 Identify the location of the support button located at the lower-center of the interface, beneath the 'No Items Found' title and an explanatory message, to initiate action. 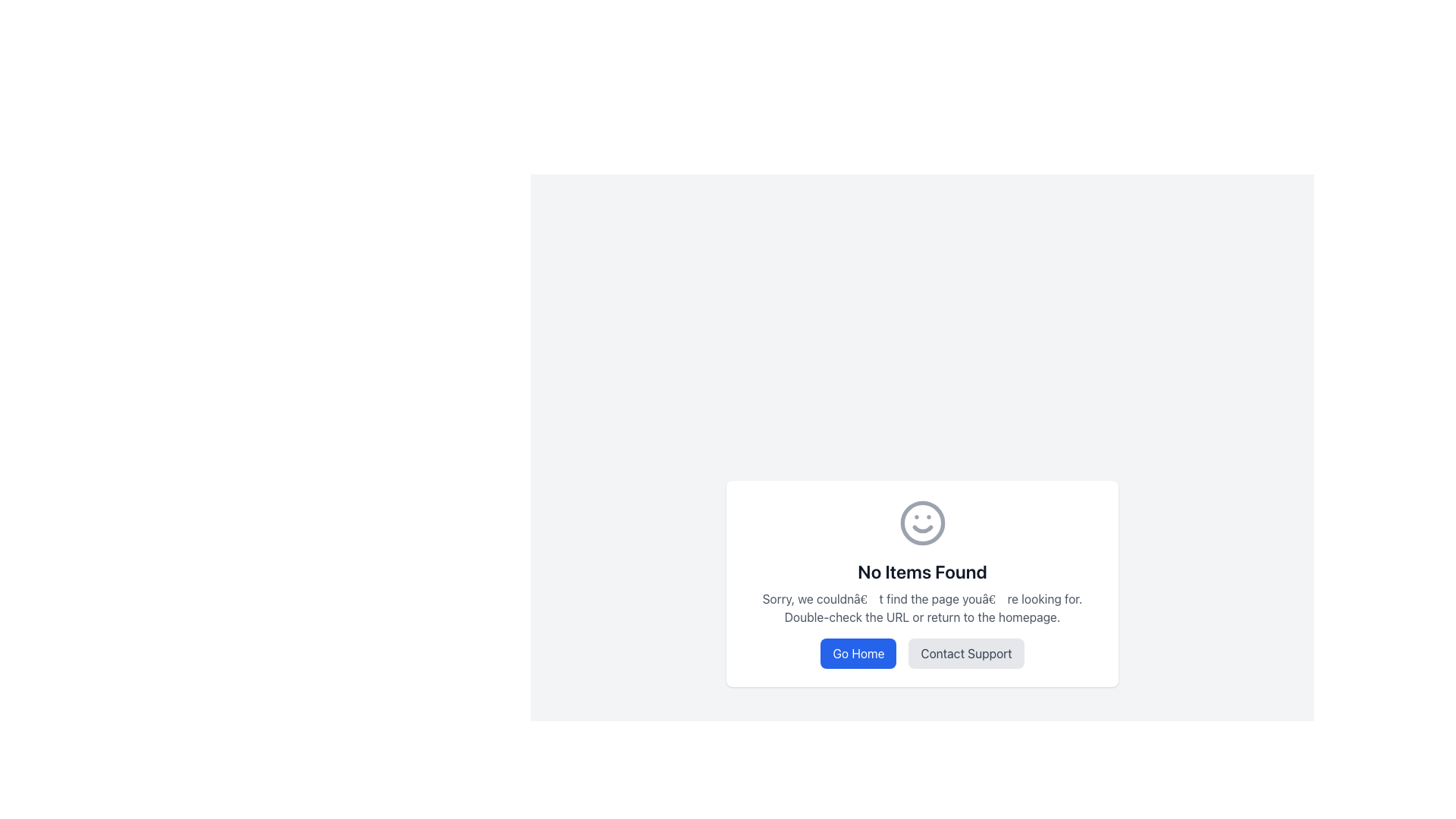
(921, 652).